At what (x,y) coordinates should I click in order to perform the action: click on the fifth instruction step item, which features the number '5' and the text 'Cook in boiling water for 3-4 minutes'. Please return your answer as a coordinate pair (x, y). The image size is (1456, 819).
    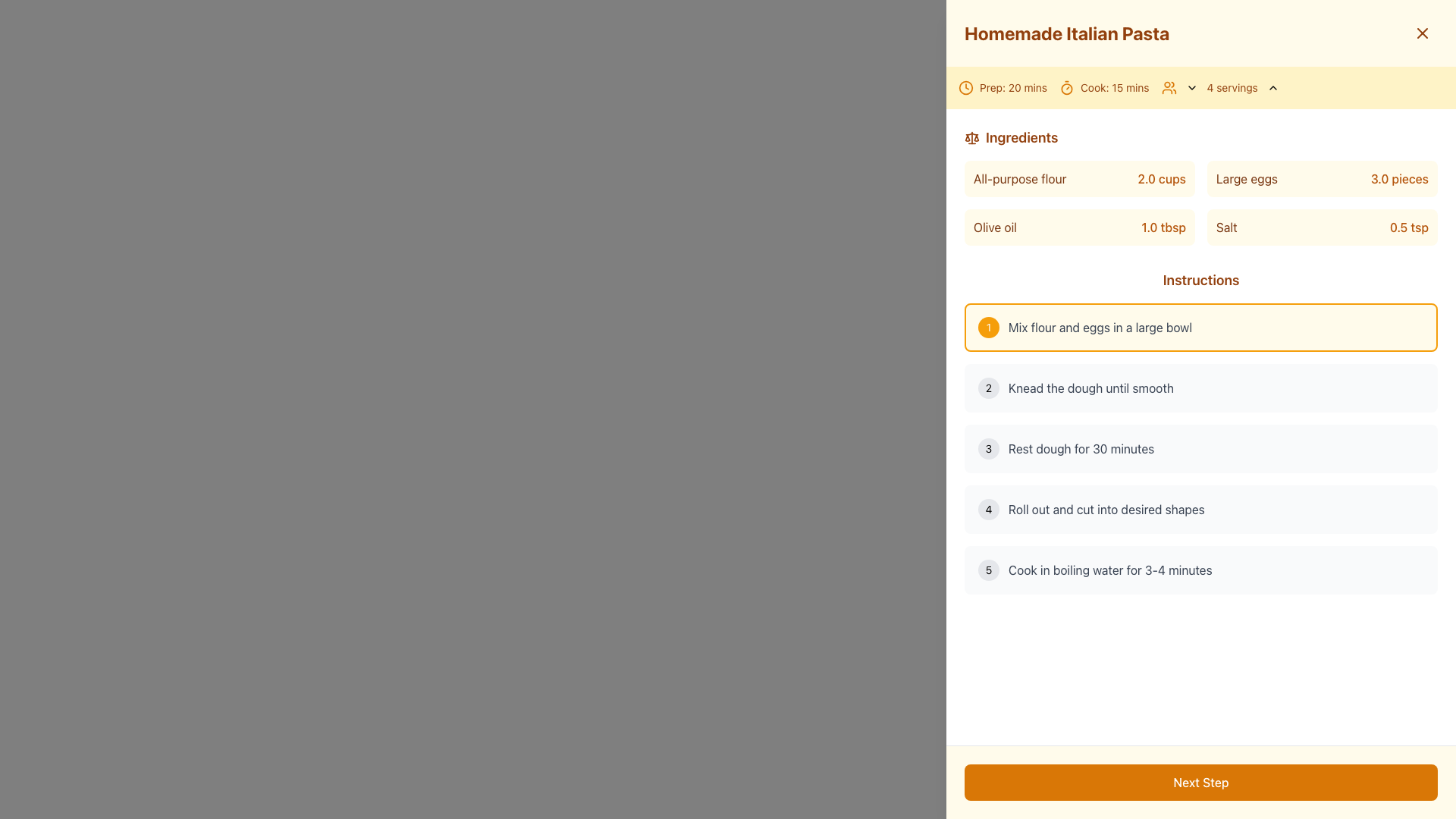
    Looking at the image, I should click on (1200, 570).